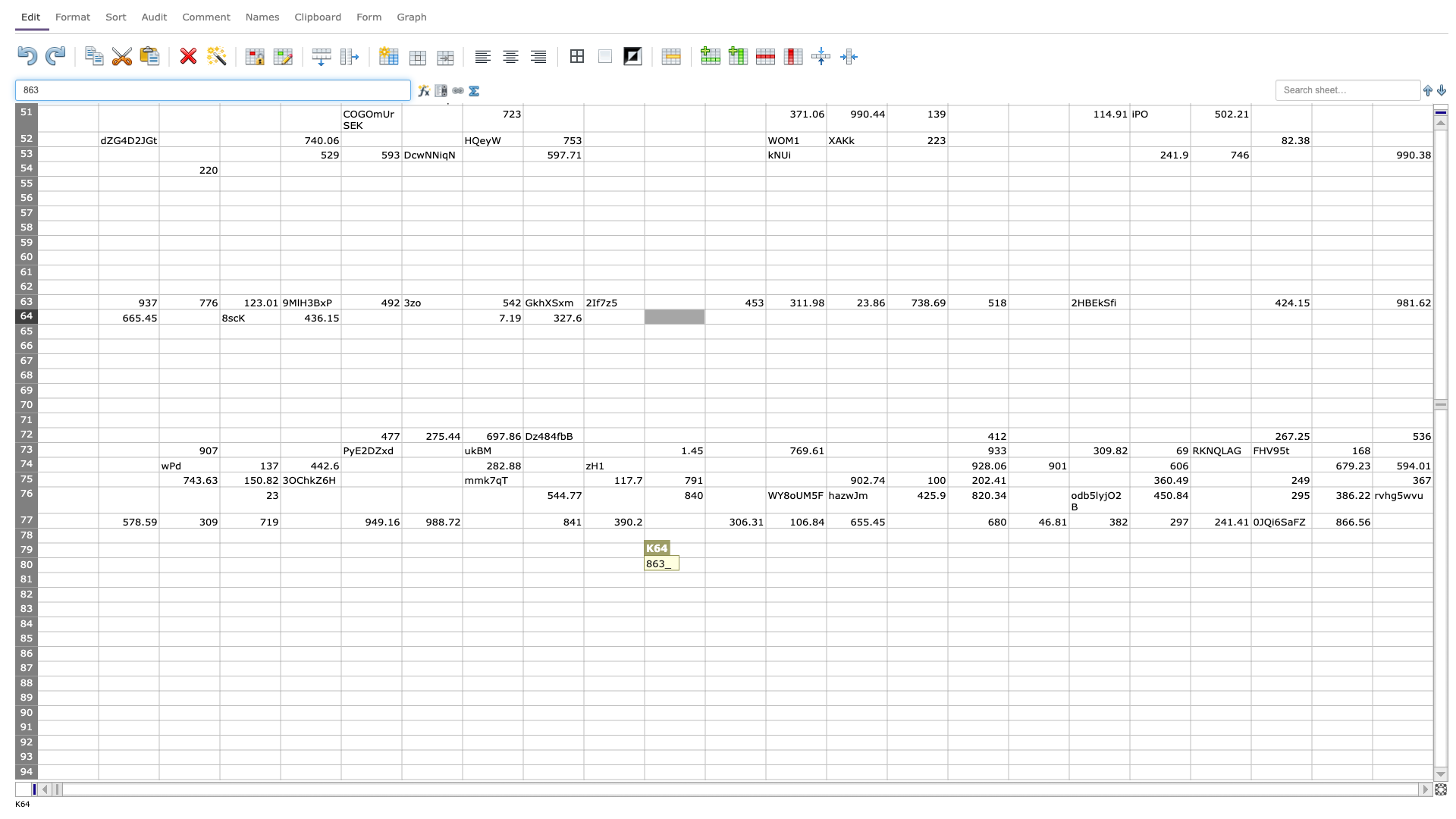 The width and height of the screenshot is (1456, 819). What do you see at coordinates (825, 557) in the screenshot?
I see `top left corner of N80` at bounding box center [825, 557].